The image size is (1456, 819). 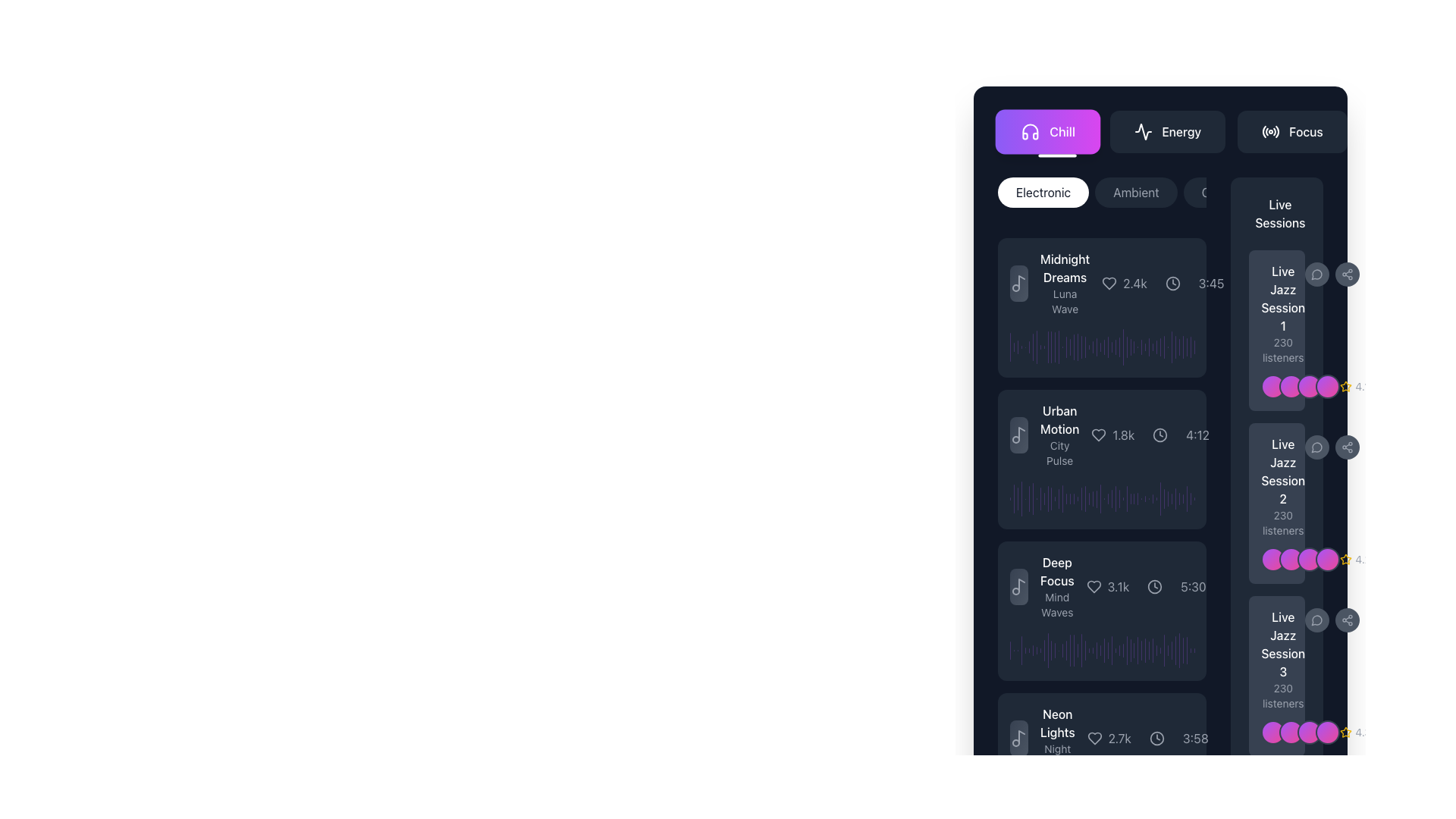 What do you see at coordinates (1186, 347) in the screenshot?
I see `the 42nd vertical bar in the sequence of decorative or indicative visual elements located towards the right edge of the interface` at bounding box center [1186, 347].